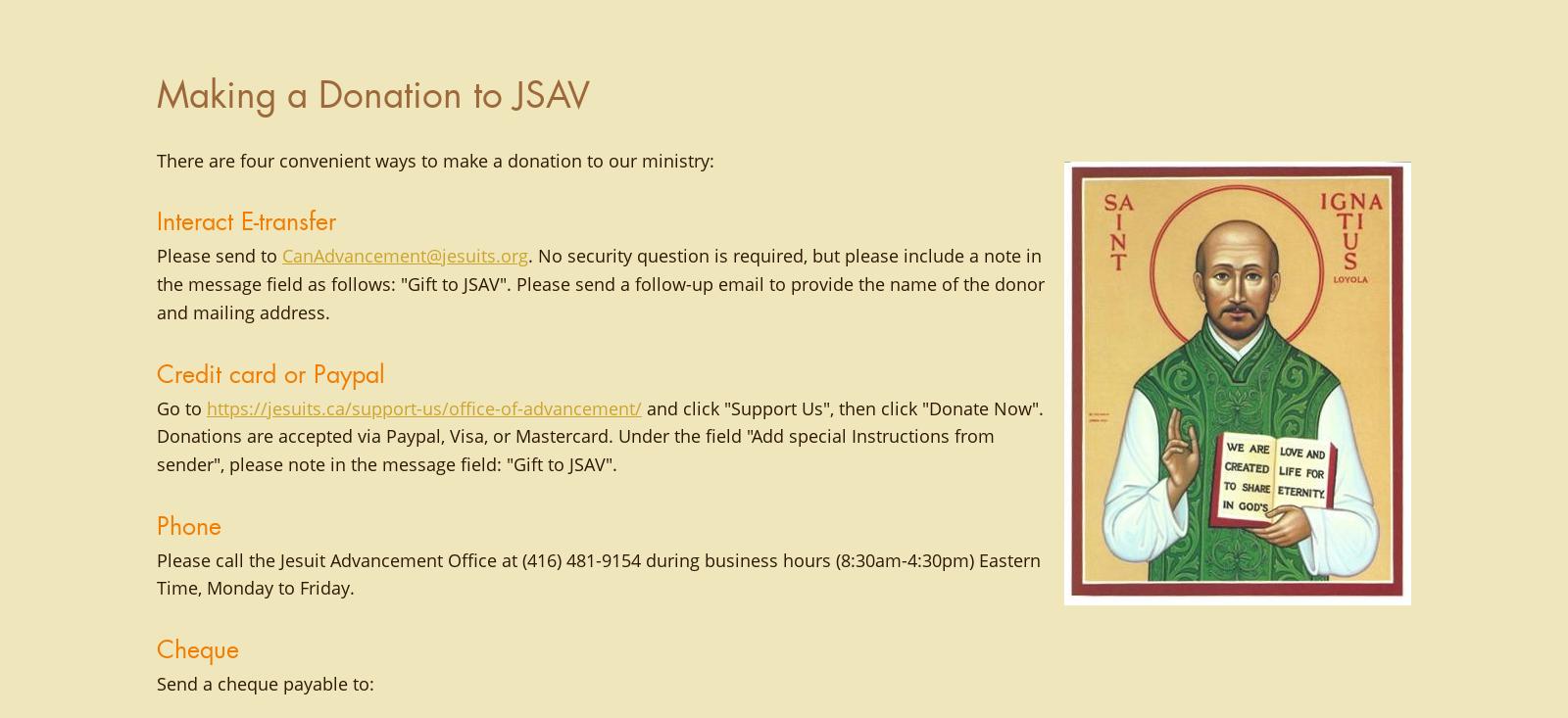 This screenshot has height=718, width=1568. Describe the element at coordinates (156, 256) in the screenshot. I see `'Please send to'` at that location.